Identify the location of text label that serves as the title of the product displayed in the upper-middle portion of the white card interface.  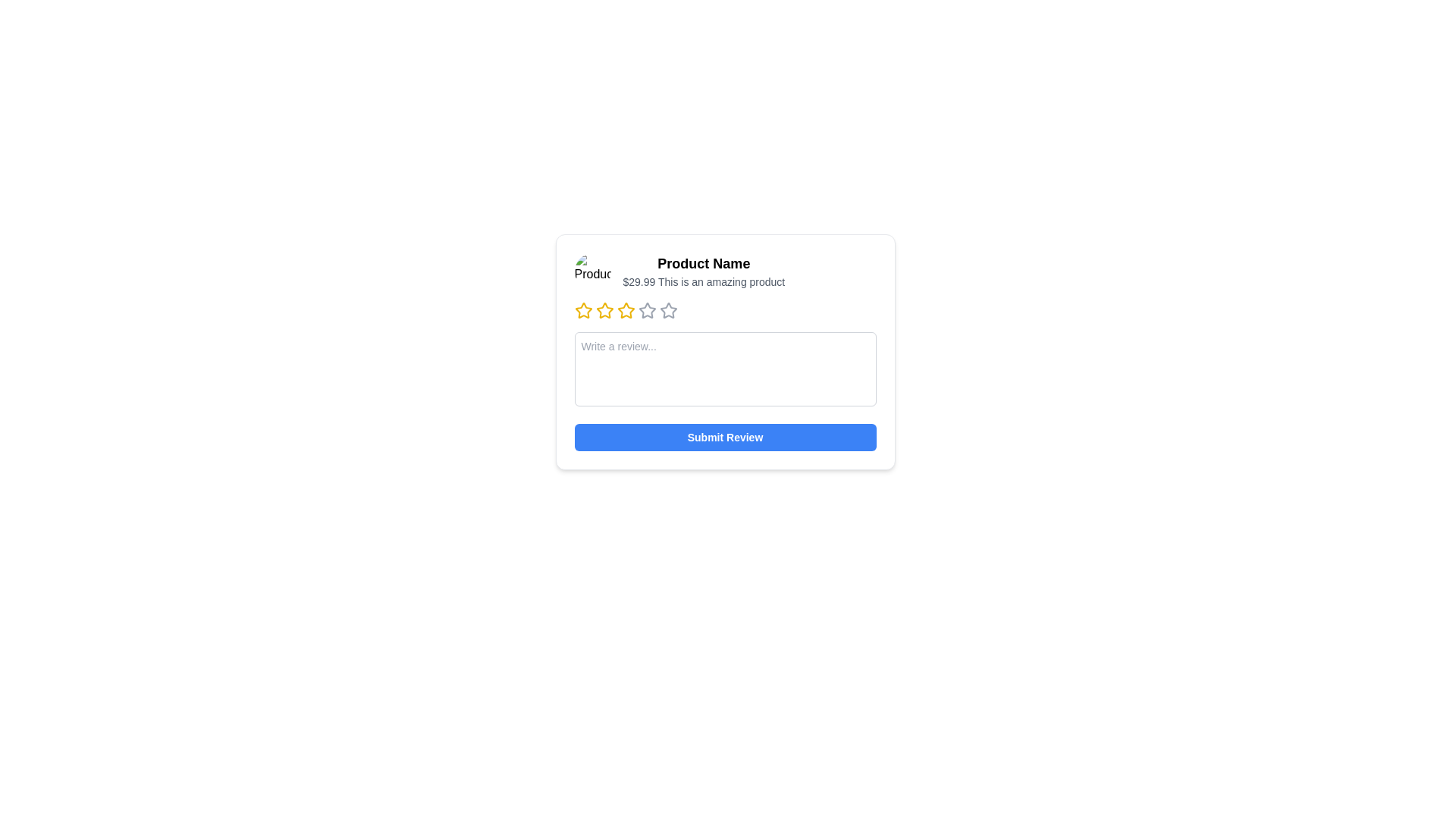
(703, 262).